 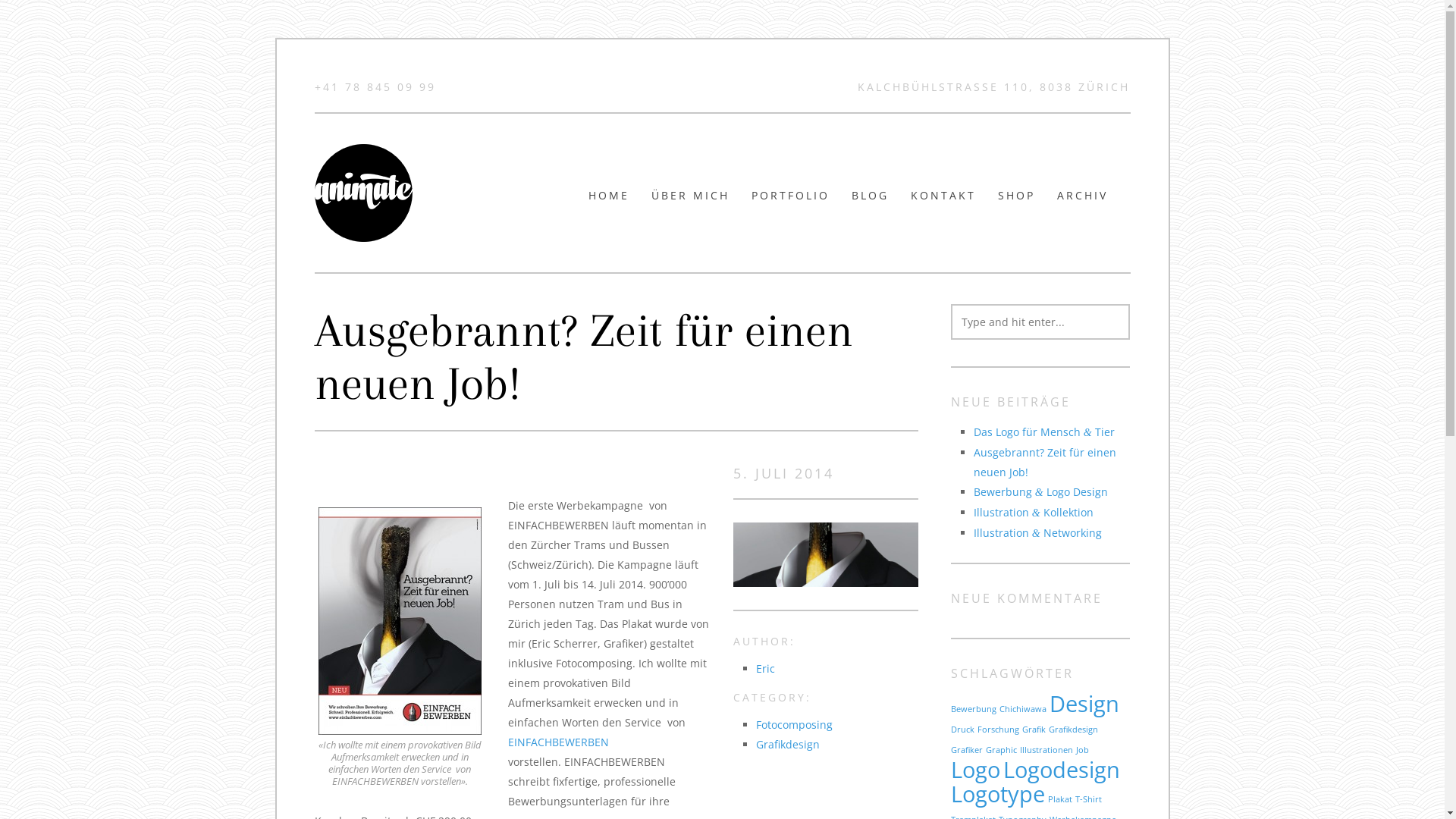 What do you see at coordinates (1084, 704) in the screenshot?
I see `'Design'` at bounding box center [1084, 704].